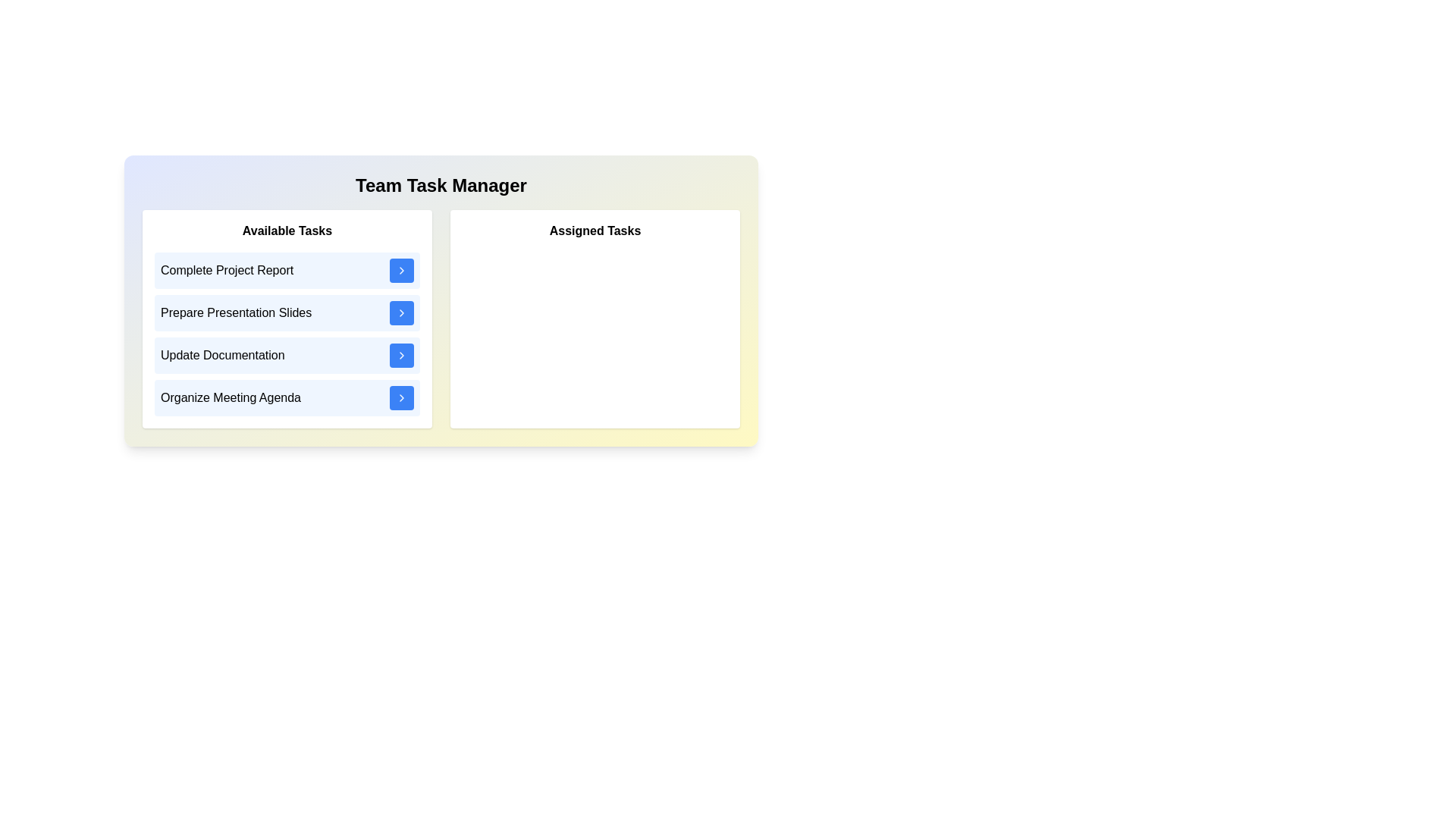 This screenshot has height=819, width=1456. Describe the element at coordinates (401, 270) in the screenshot. I see `the button corresponding to the task Complete Project Report to assign it` at that location.